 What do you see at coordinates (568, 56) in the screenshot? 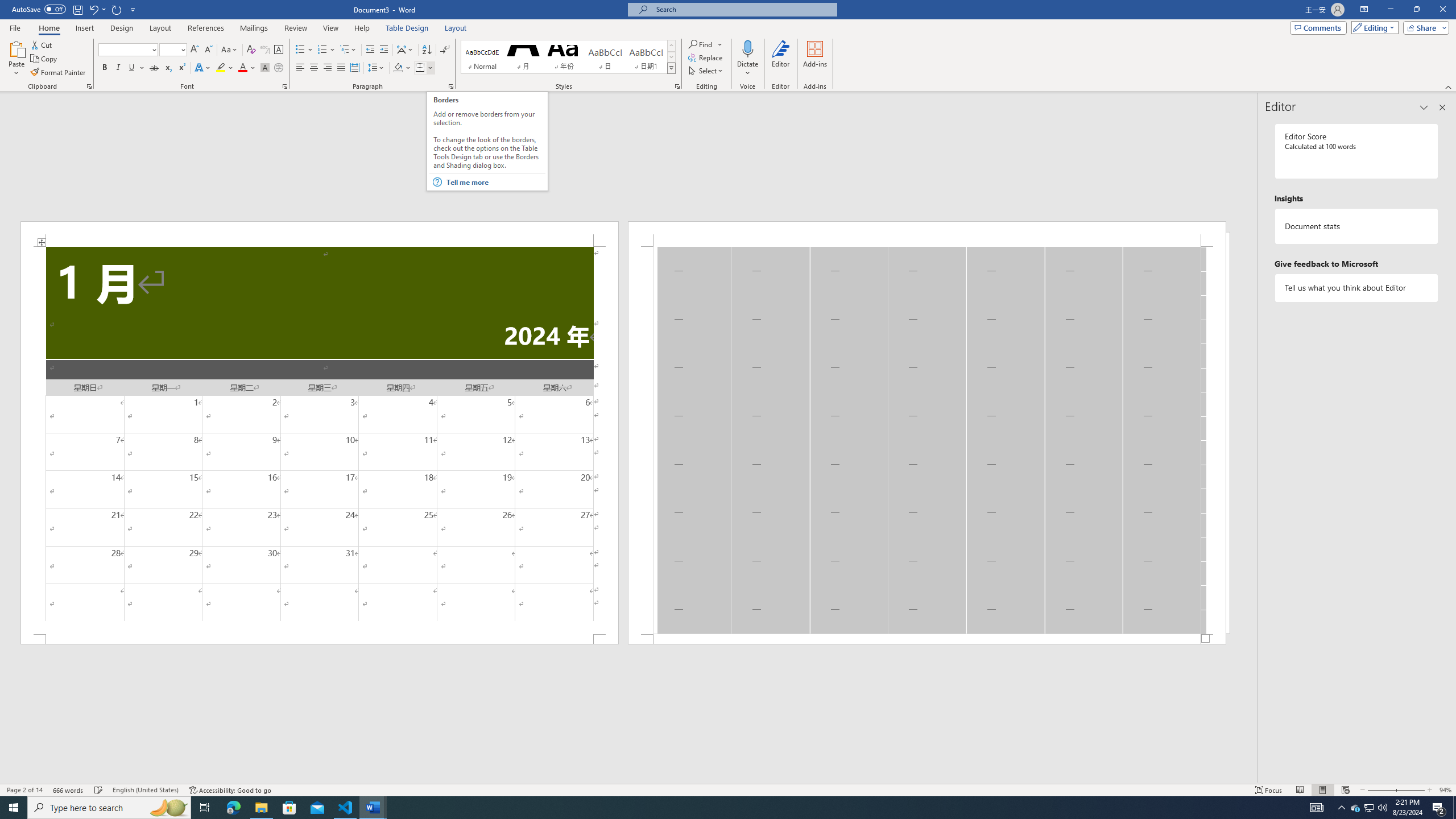
I see `'AutomationID: QuickStylesGallery'` at bounding box center [568, 56].